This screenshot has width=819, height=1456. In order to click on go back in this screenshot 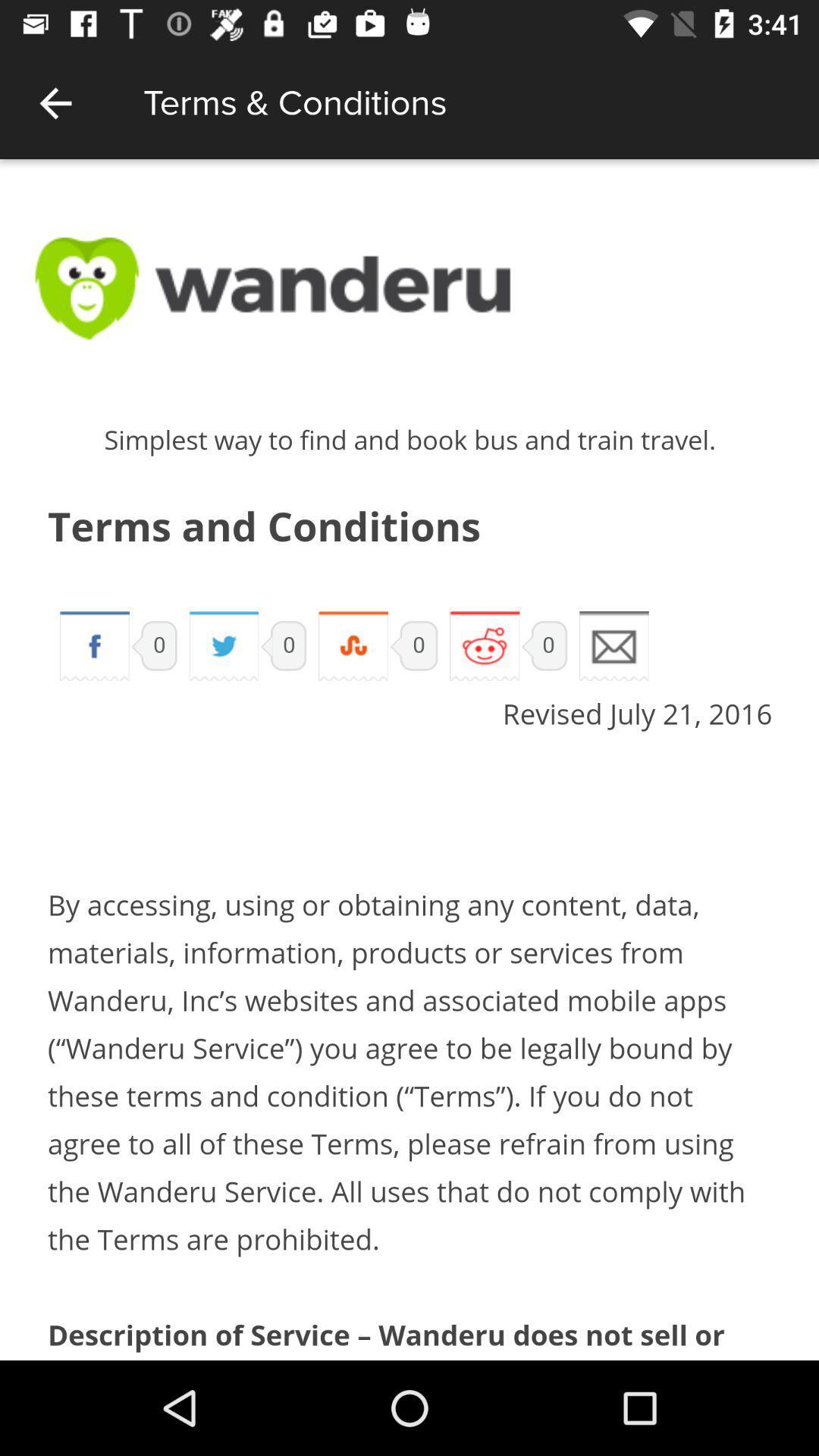, I will do `click(55, 102)`.